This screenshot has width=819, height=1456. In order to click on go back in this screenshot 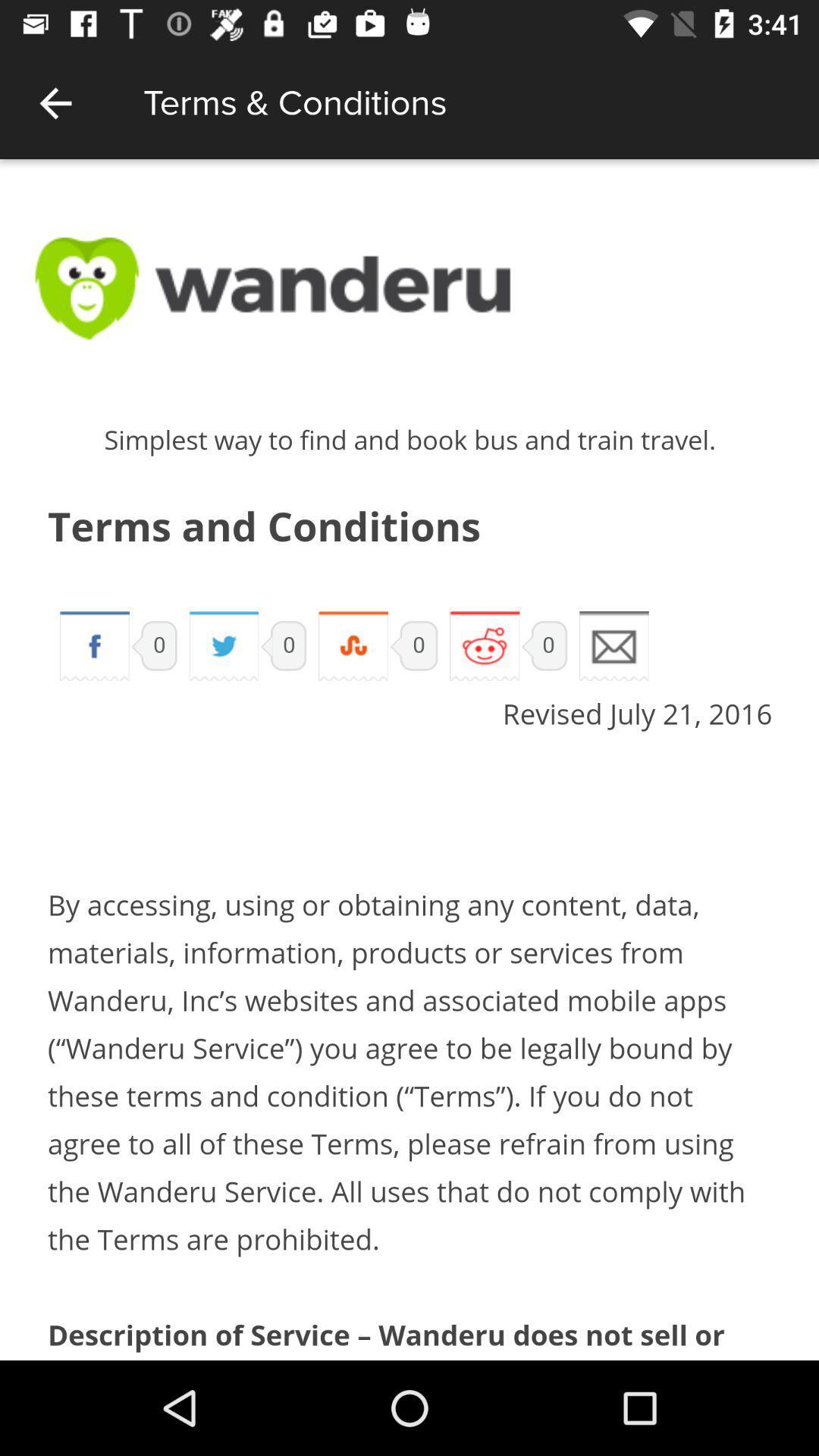, I will do `click(55, 102)`.